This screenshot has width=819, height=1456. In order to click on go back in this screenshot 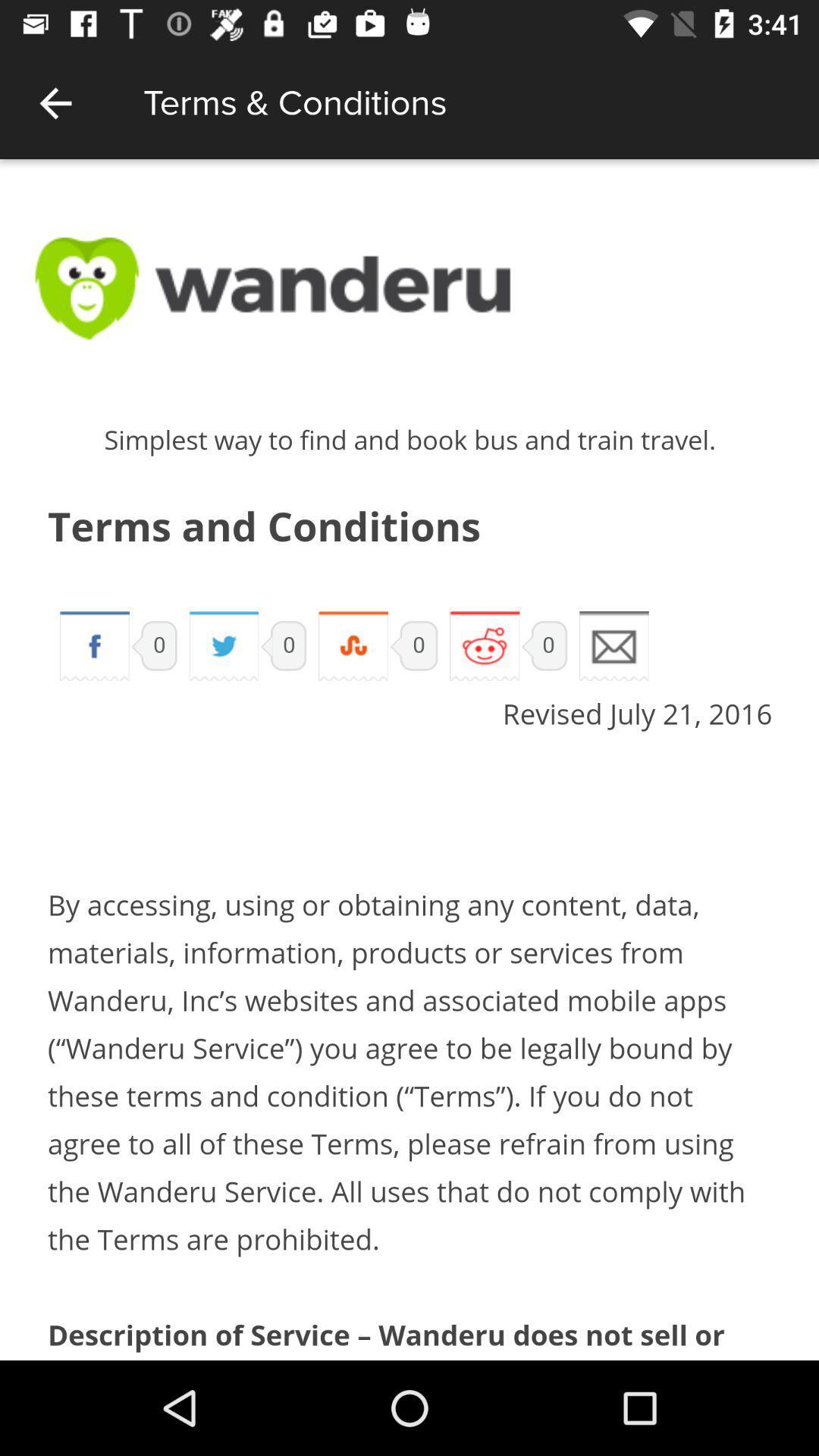, I will do `click(55, 102)`.